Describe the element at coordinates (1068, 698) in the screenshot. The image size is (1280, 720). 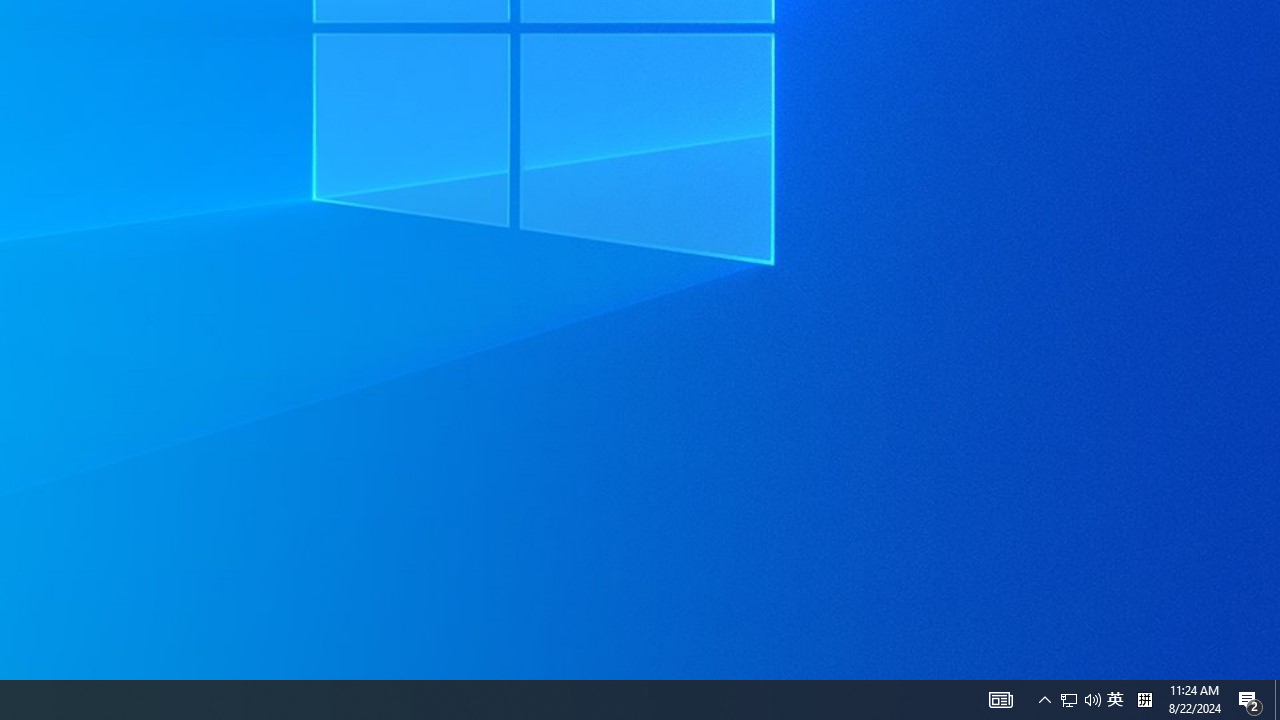
I see `'Q2790: 100%'` at that location.